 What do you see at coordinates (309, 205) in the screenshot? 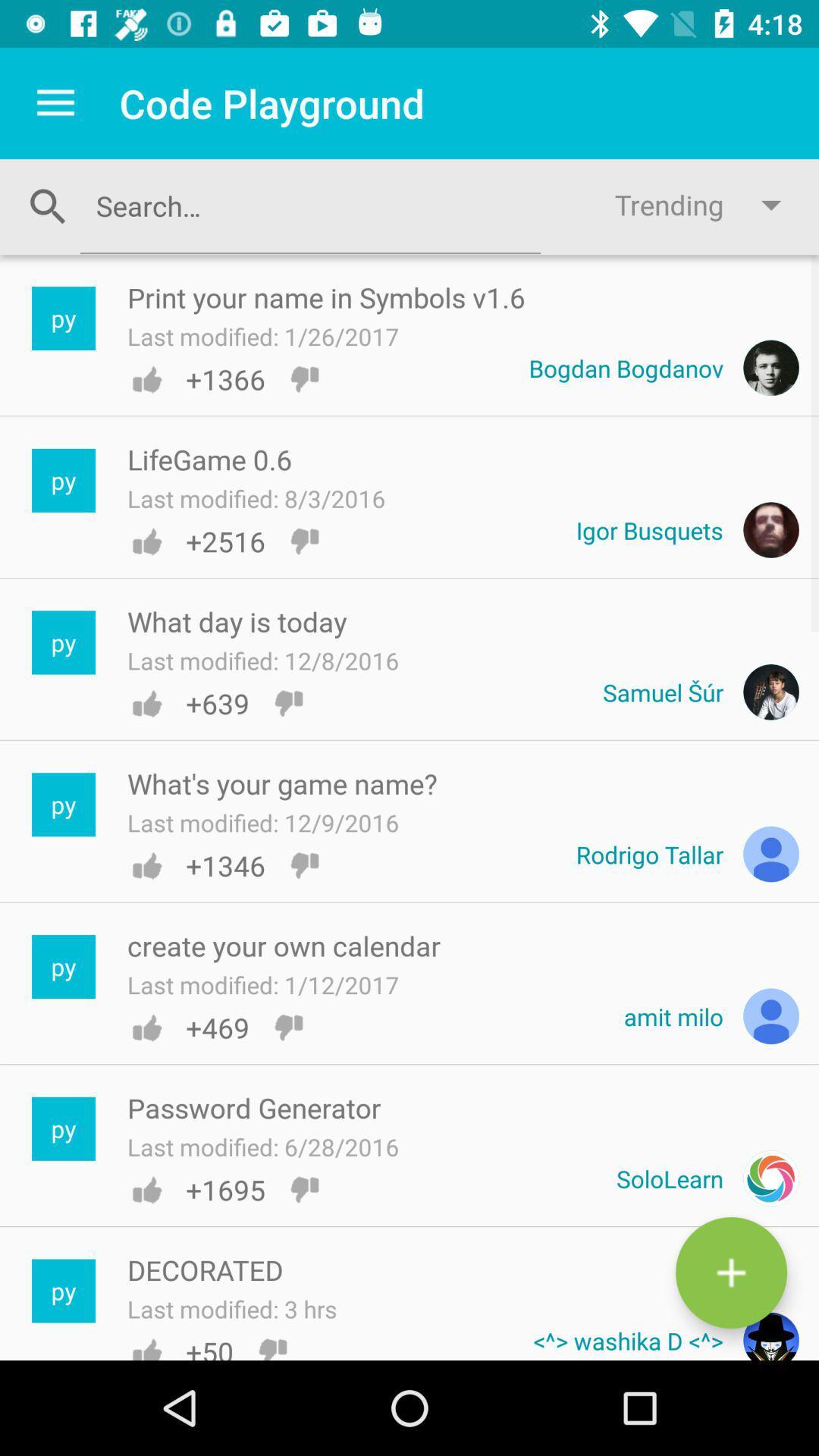
I see `search` at bounding box center [309, 205].